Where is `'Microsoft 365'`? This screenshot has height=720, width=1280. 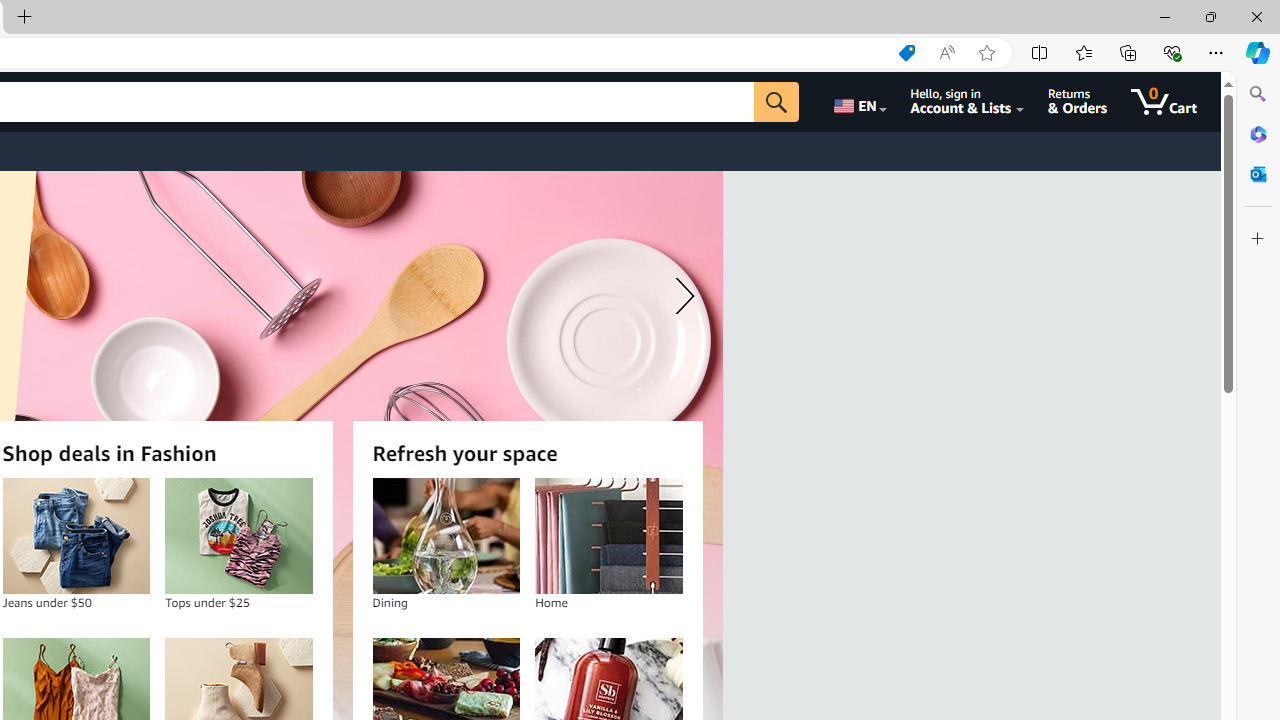 'Microsoft 365' is located at coordinates (1257, 133).